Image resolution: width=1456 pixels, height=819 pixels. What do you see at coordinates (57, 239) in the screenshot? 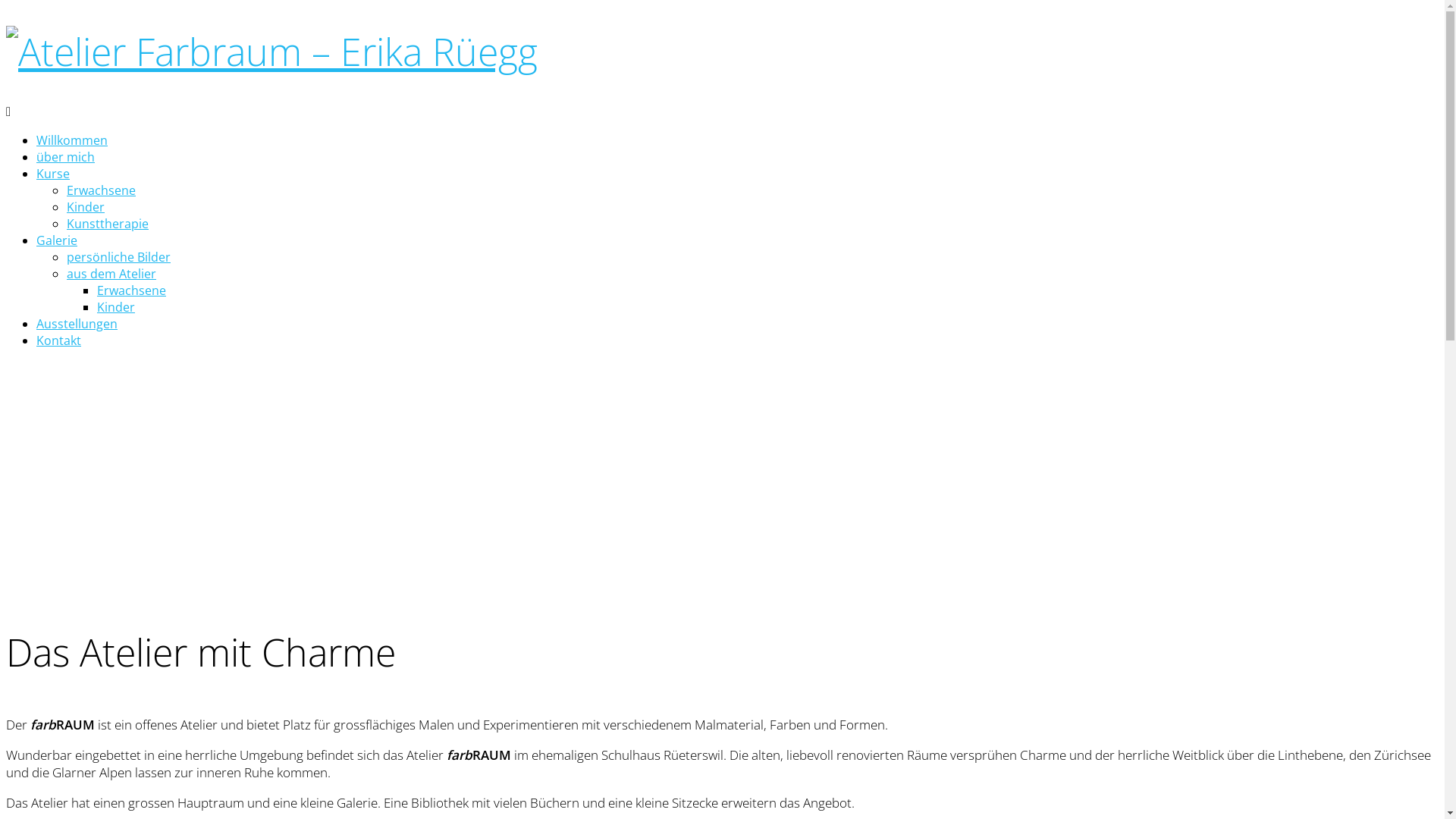
I see `'Galerie'` at bounding box center [57, 239].